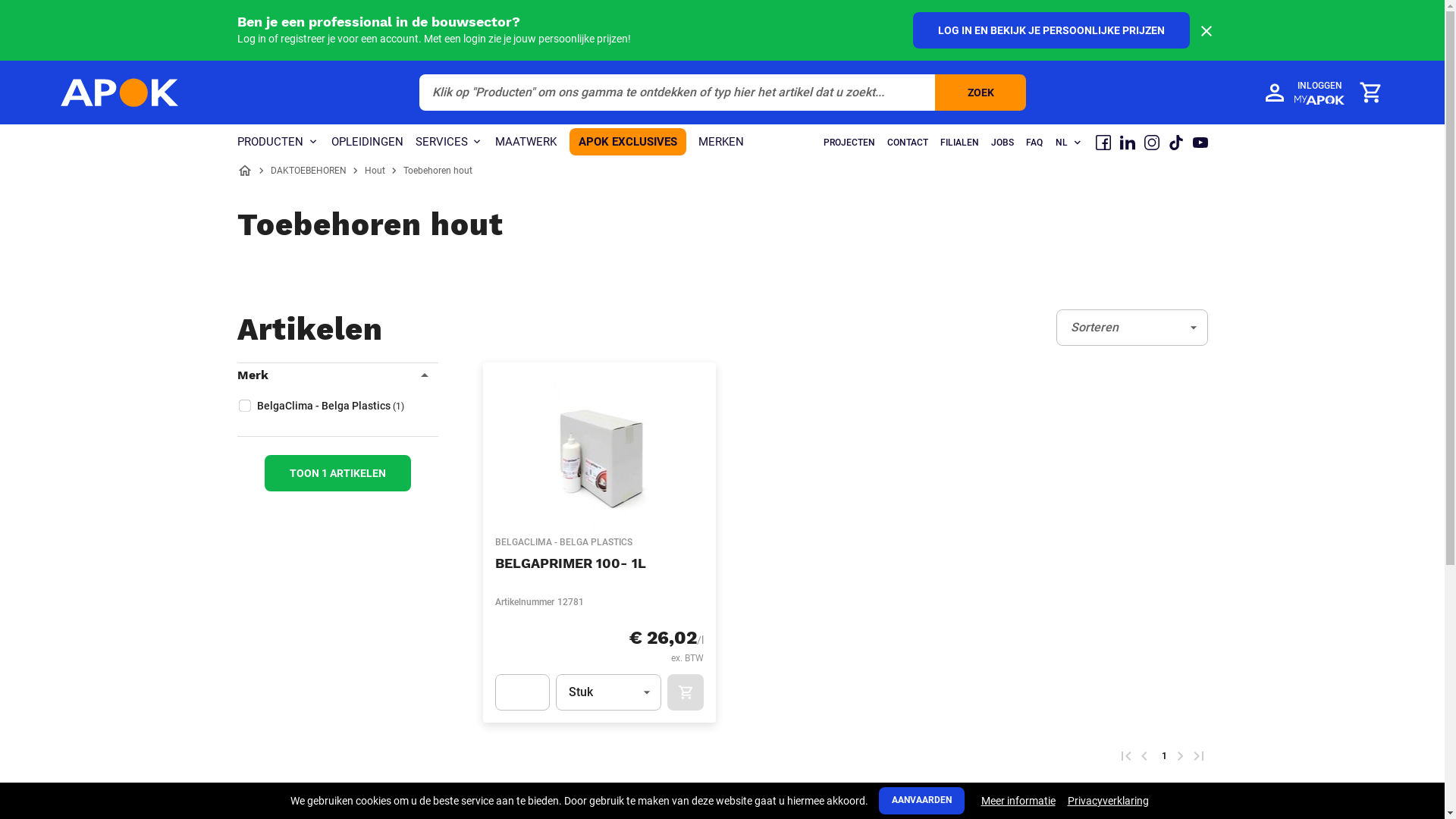  Describe the element at coordinates (848, 143) in the screenshot. I see `'PROJECTEN'` at that location.